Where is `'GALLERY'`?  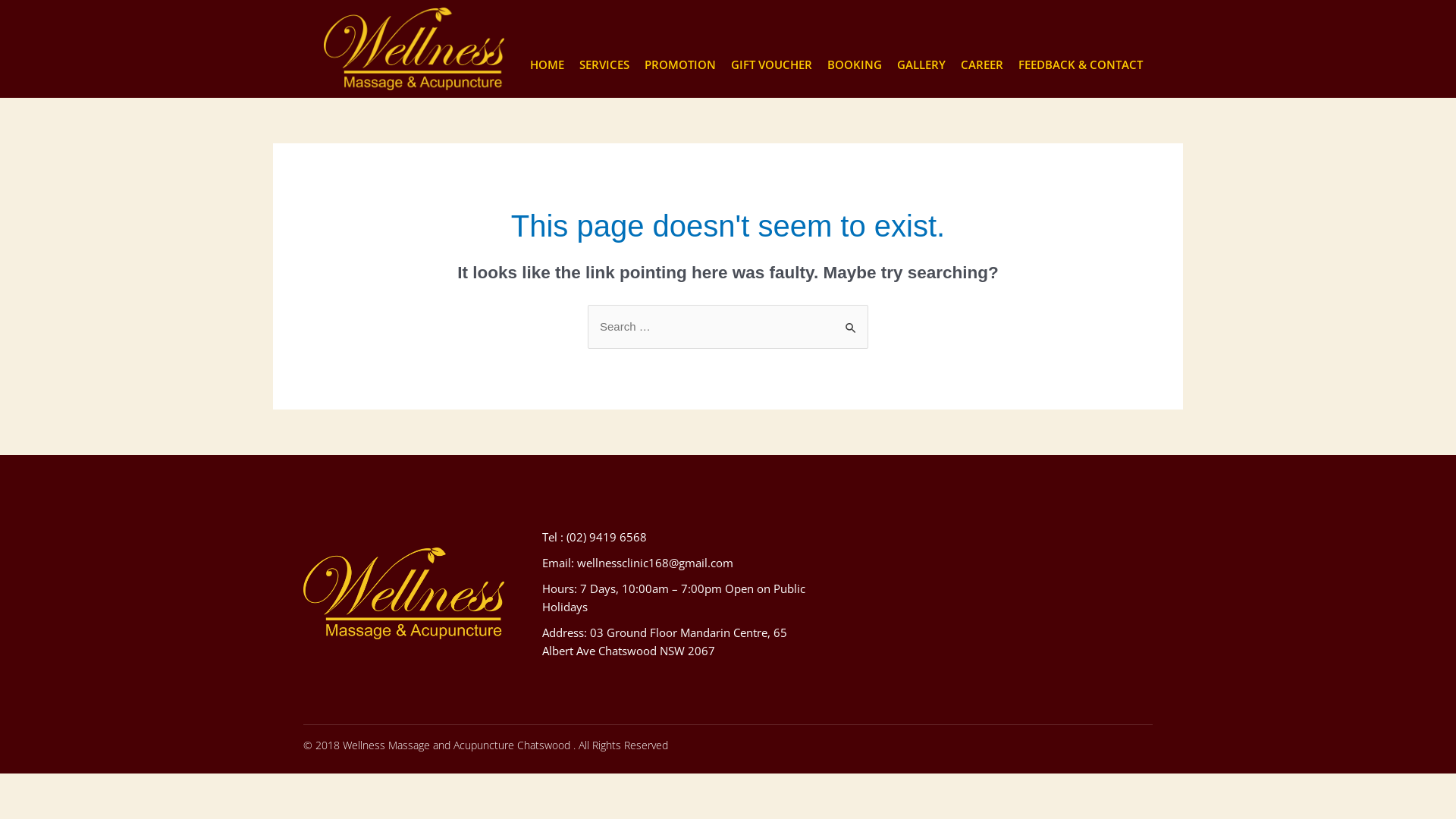
'GALLERY' is located at coordinates (920, 63).